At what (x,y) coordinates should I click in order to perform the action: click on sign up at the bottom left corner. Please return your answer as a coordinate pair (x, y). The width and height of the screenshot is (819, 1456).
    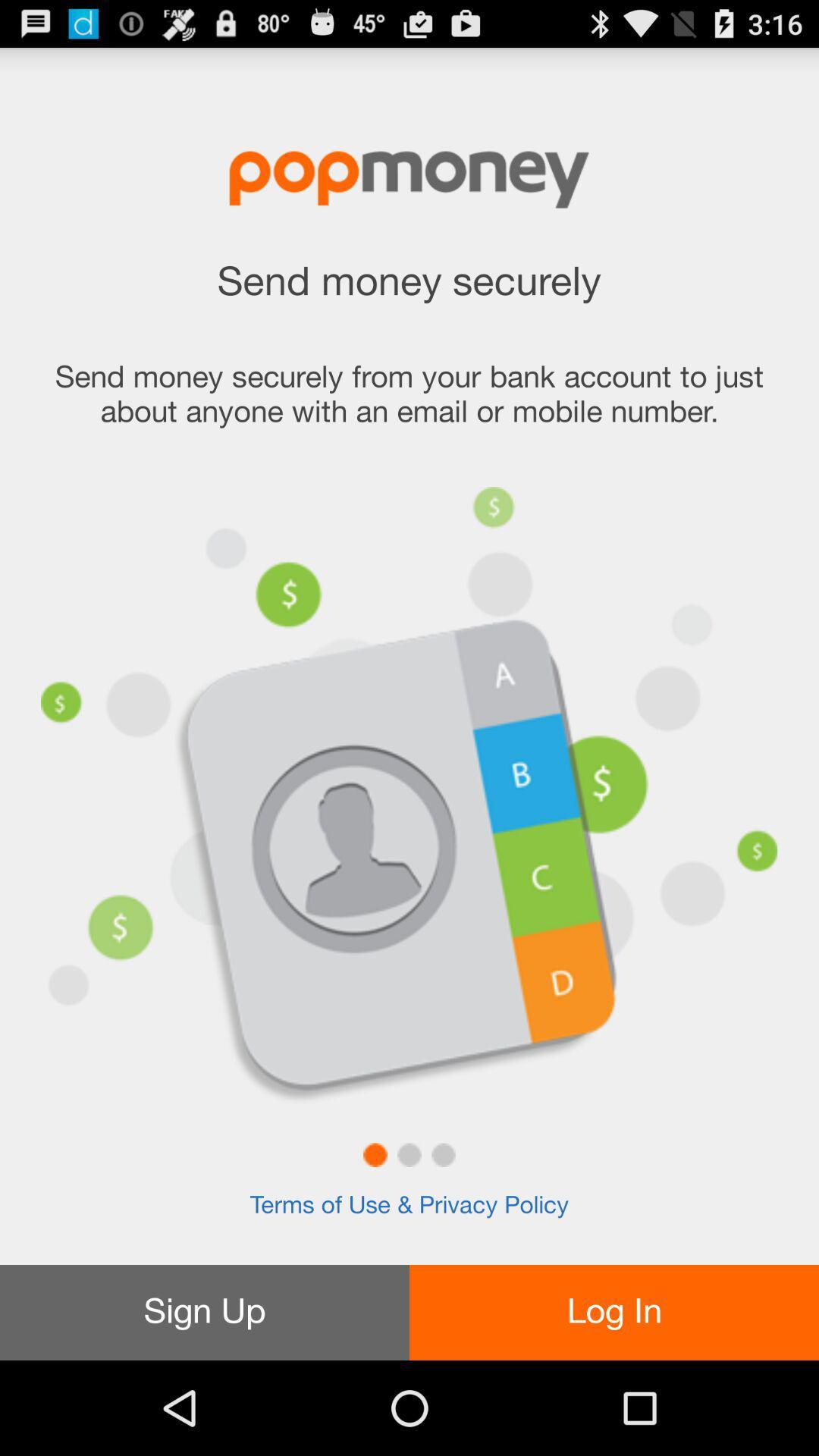
    Looking at the image, I should click on (205, 1312).